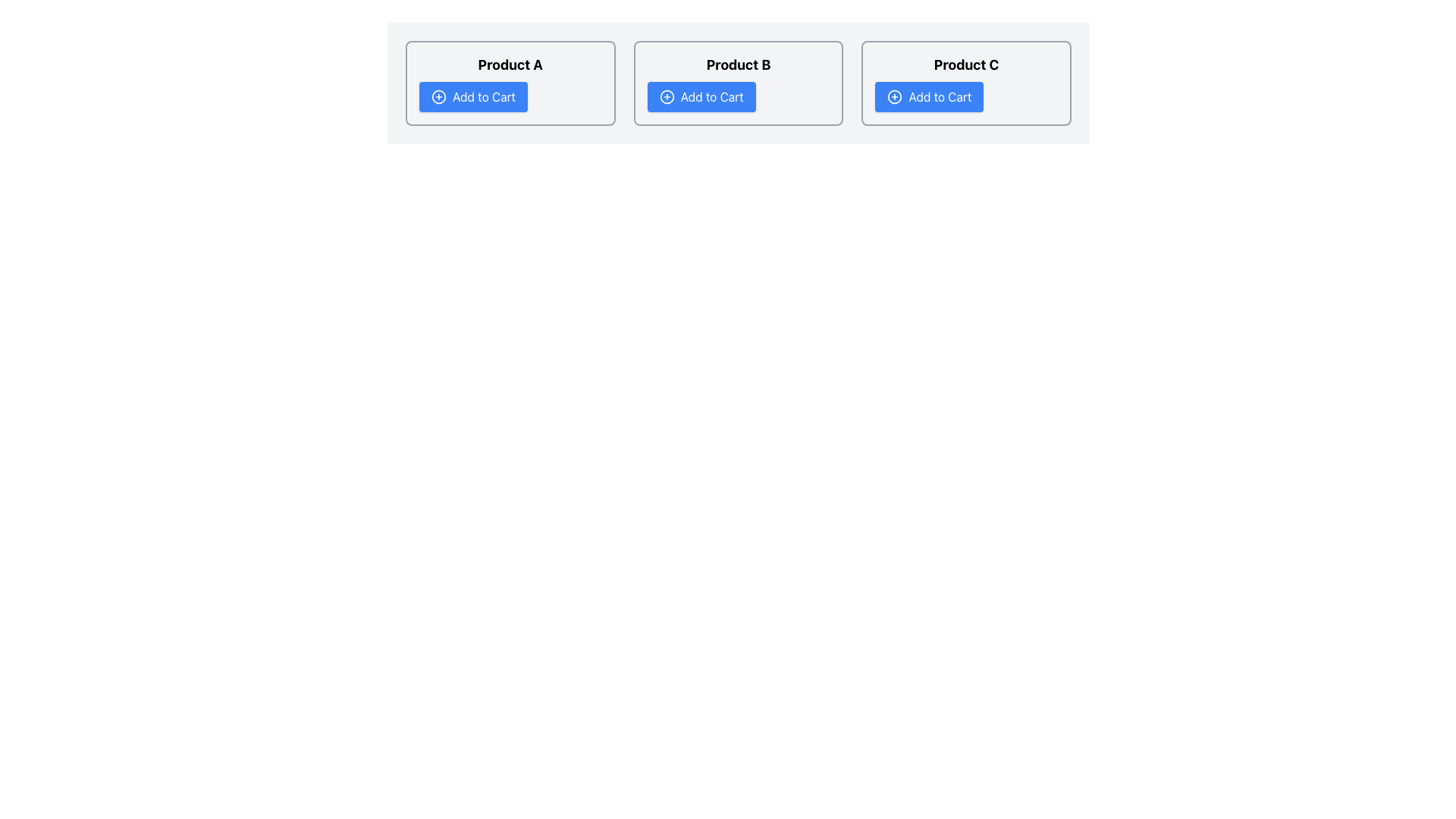  What do you see at coordinates (895, 96) in the screenshot?
I see `the icon located to the left of the blue 'Add to Cart' button beneath the 'Product C' label` at bounding box center [895, 96].